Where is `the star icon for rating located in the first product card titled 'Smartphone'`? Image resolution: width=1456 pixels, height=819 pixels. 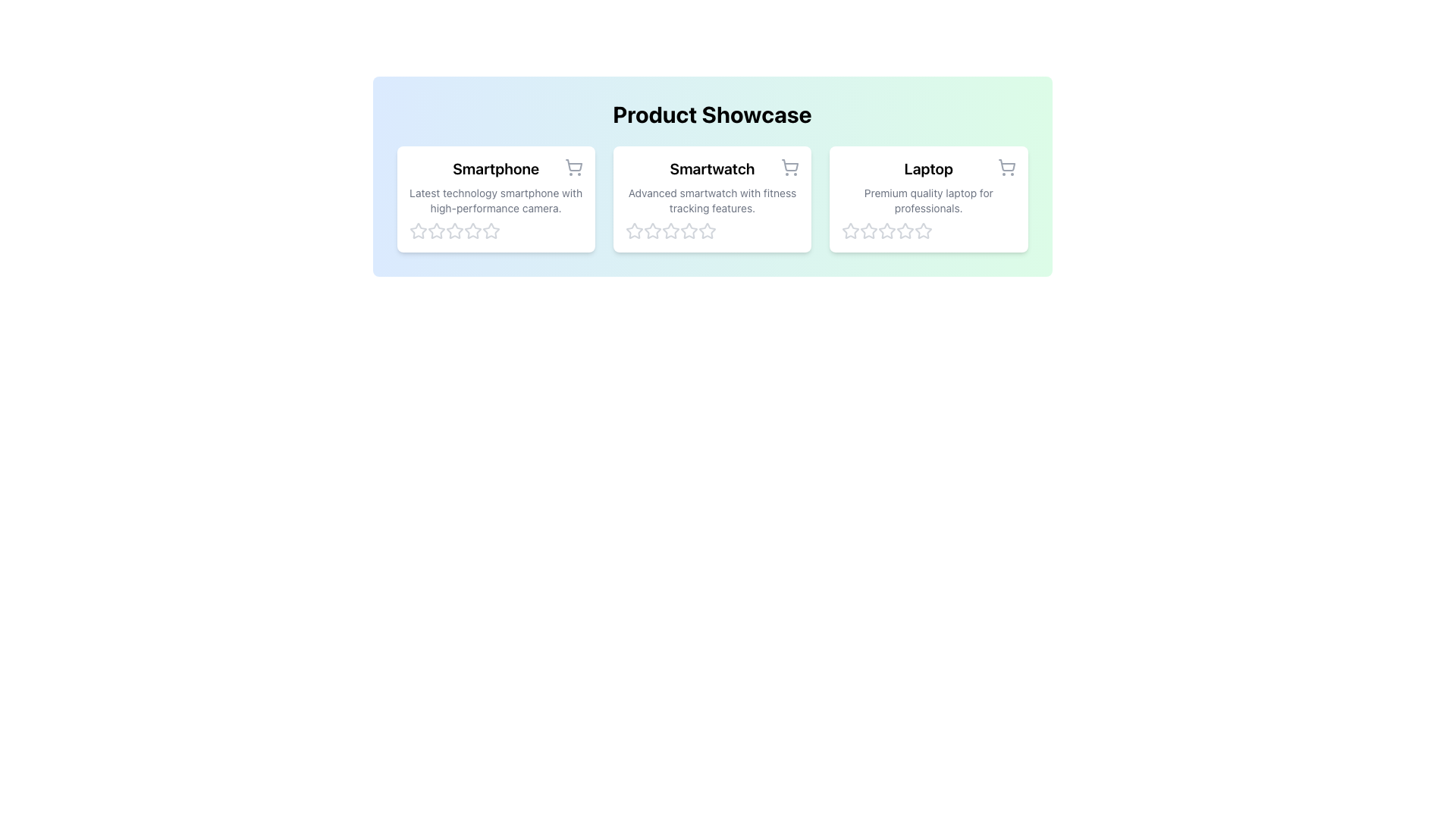 the star icon for rating located in the first product card titled 'Smartphone' is located at coordinates (435, 231).